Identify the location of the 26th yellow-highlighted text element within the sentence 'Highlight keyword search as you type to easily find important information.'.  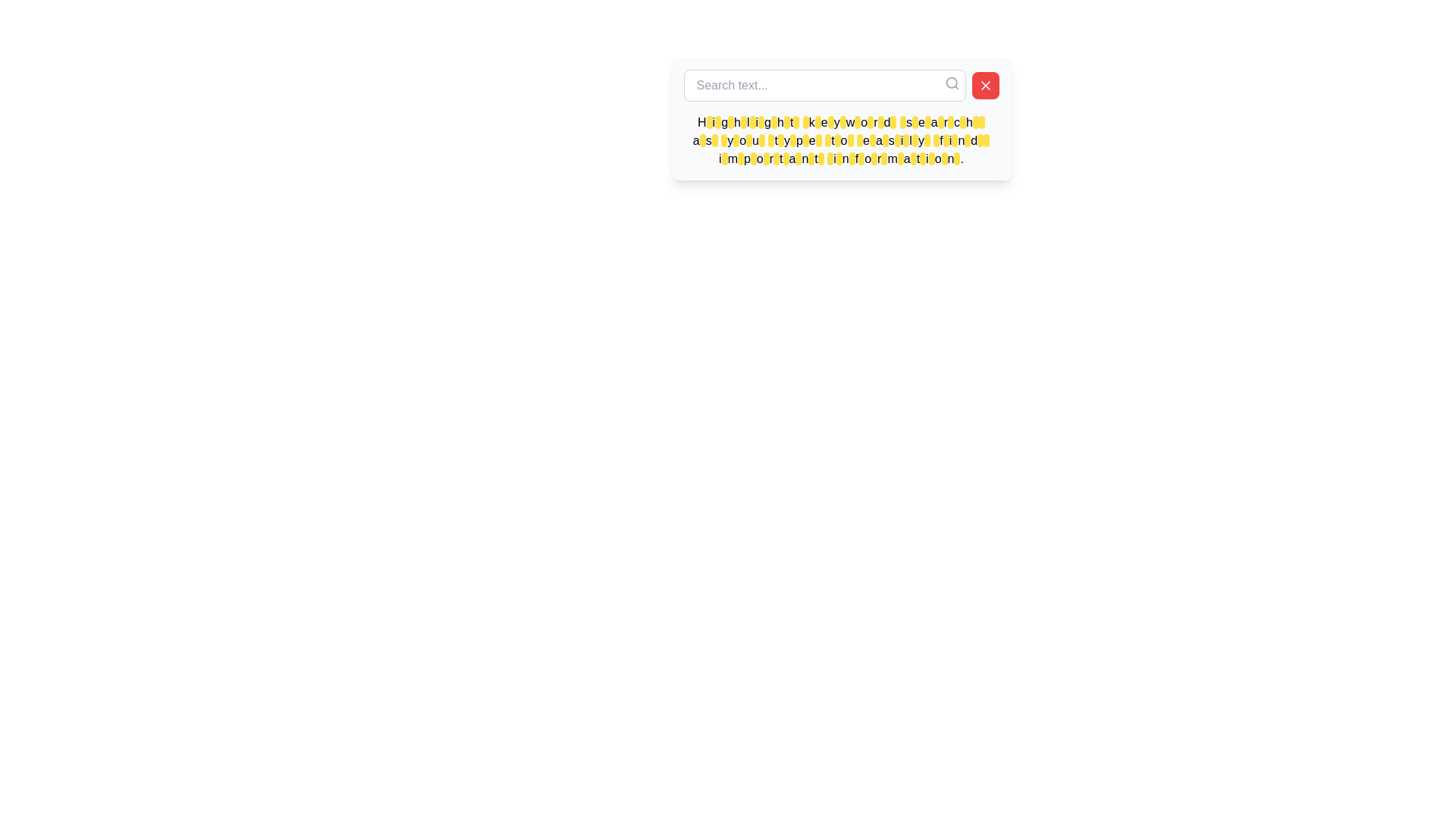
(981, 121).